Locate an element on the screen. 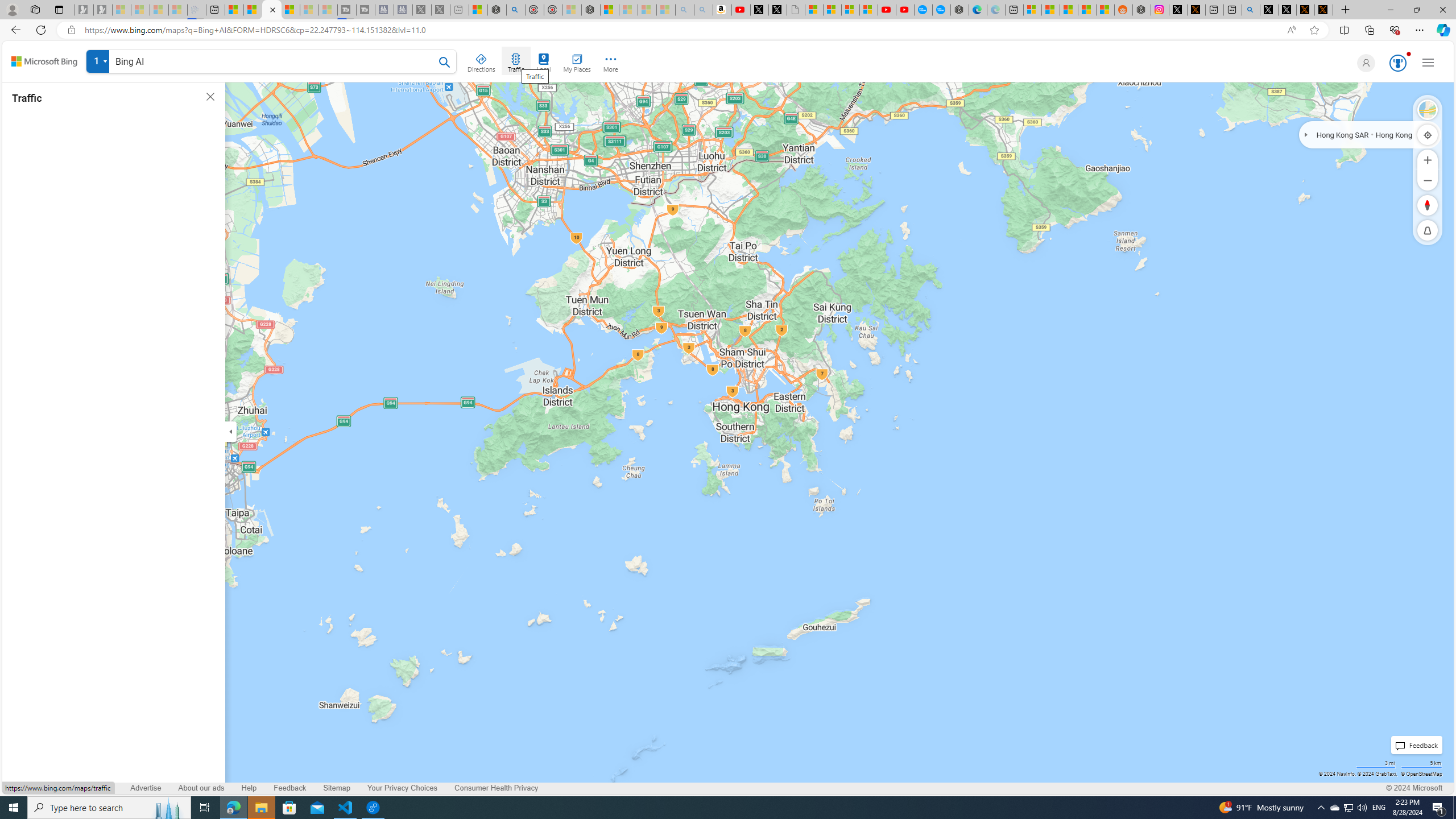 Image resolution: width=1456 pixels, height=819 pixels. 'Directions' is located at coordinates (482, 61).